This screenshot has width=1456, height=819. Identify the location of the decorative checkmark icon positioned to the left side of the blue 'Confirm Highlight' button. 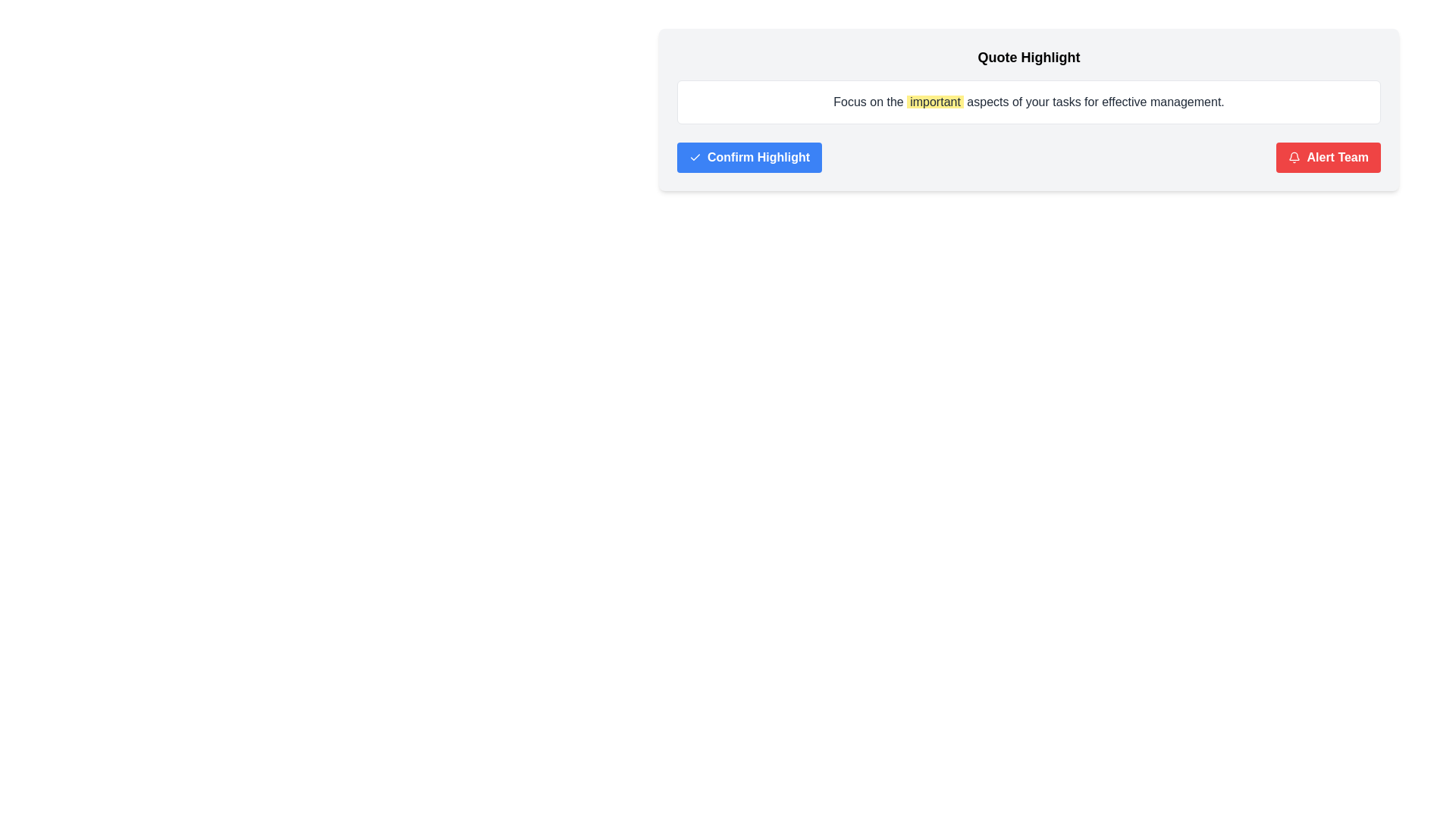
(694, 158).